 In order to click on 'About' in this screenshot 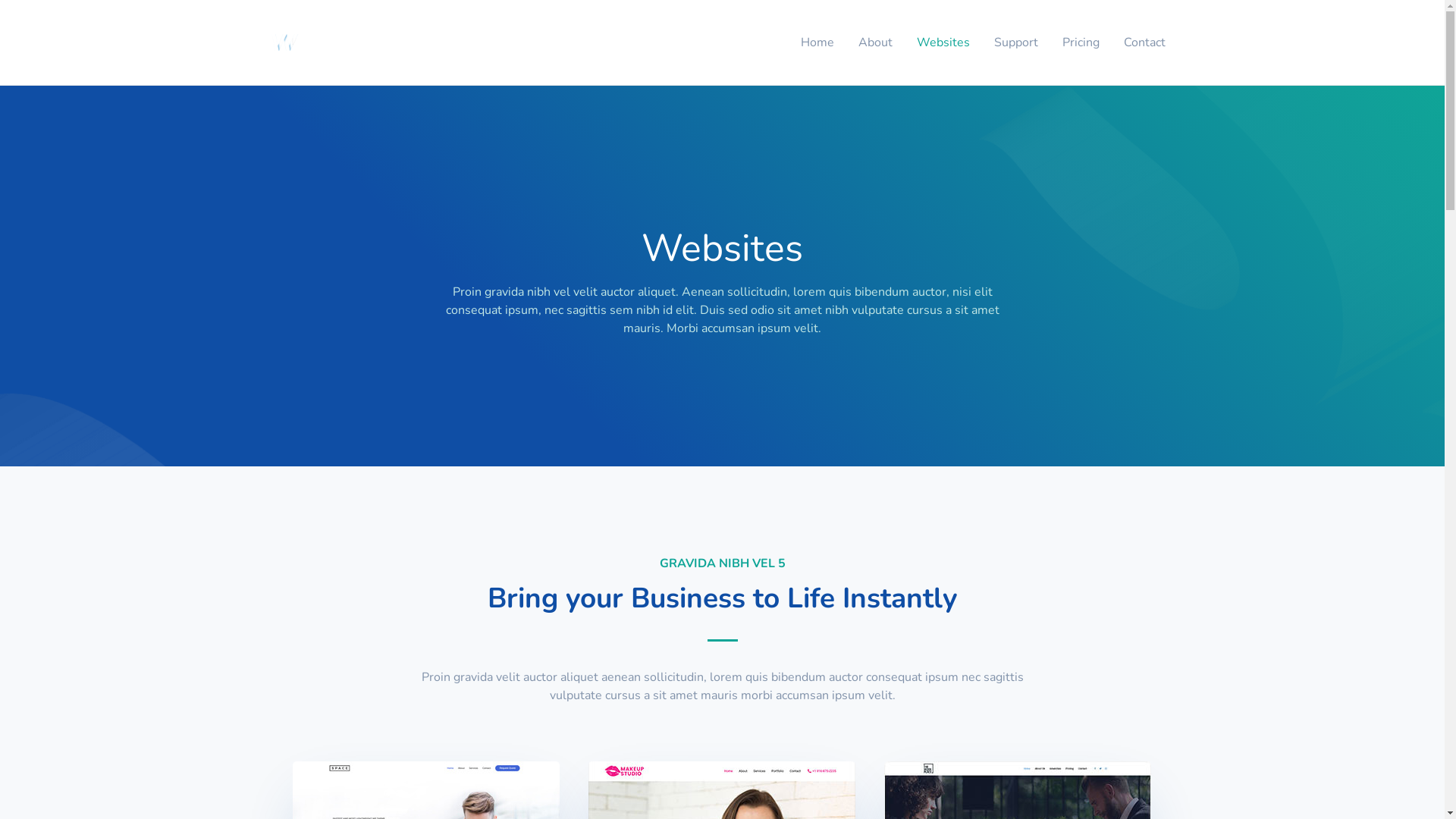, I will do `click(875, 42)`.